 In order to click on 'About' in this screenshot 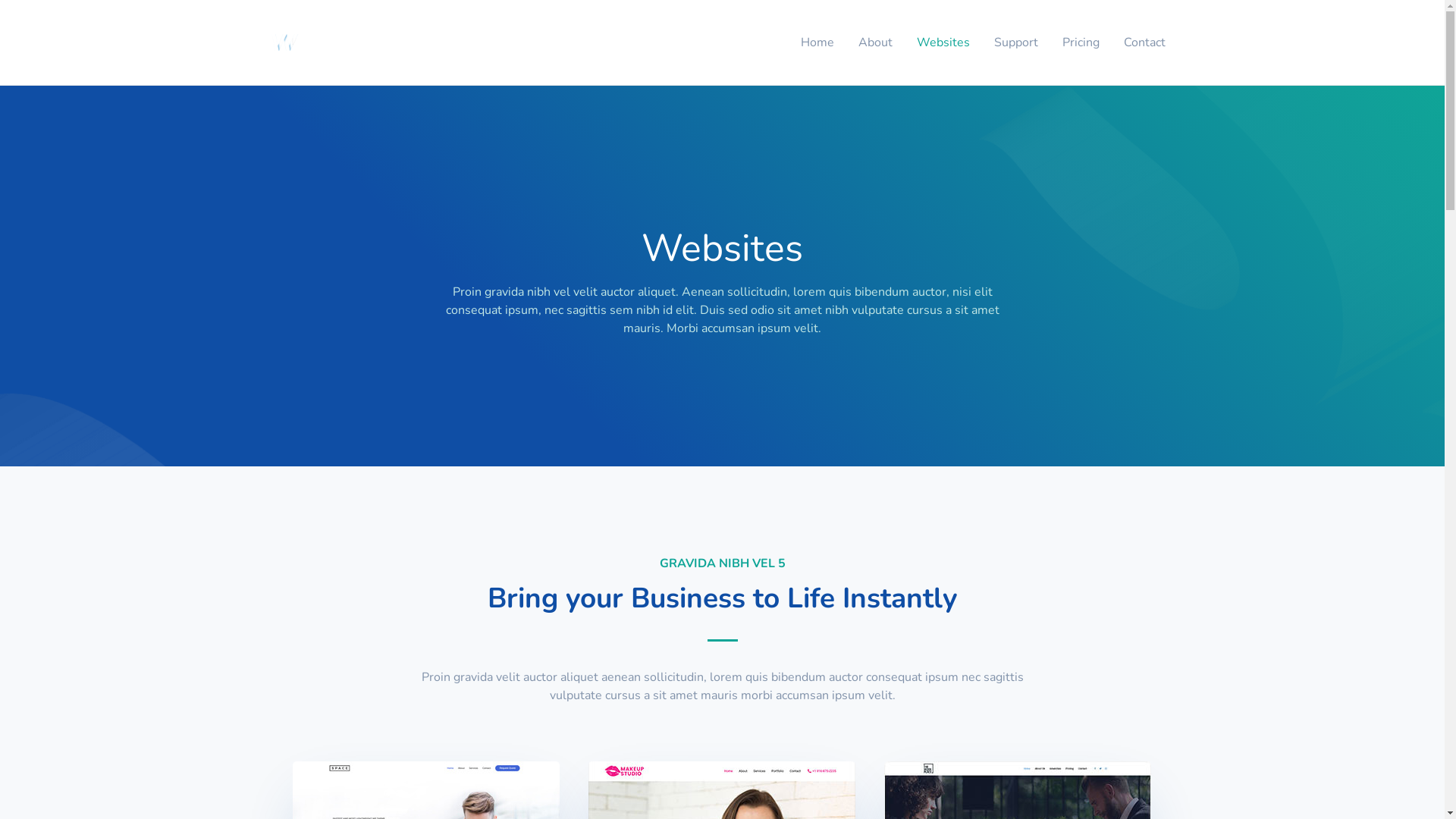, I will do `click(875, 42)`.